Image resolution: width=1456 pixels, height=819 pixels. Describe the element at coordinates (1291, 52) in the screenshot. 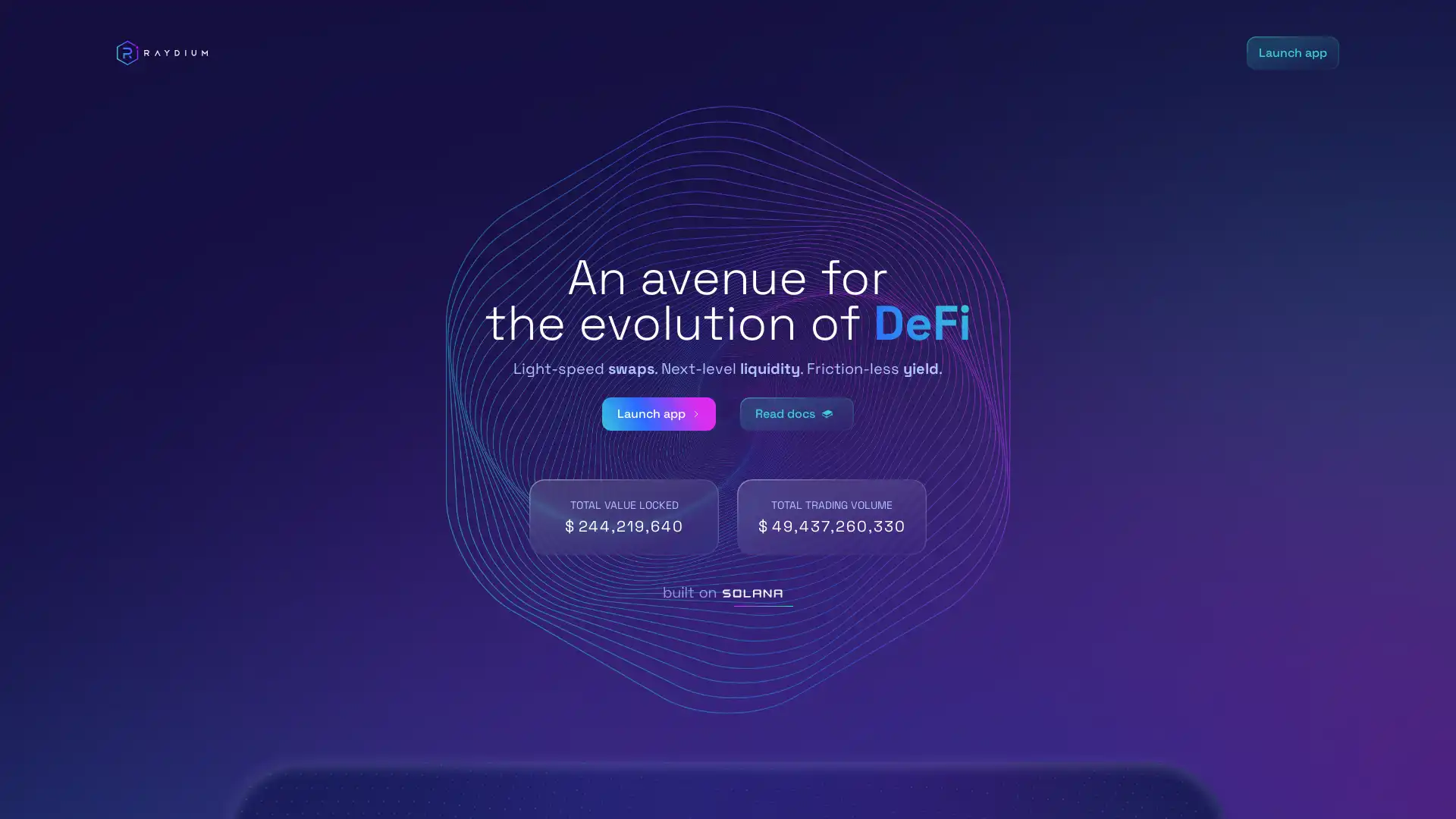

I see `Launch app` at that location.